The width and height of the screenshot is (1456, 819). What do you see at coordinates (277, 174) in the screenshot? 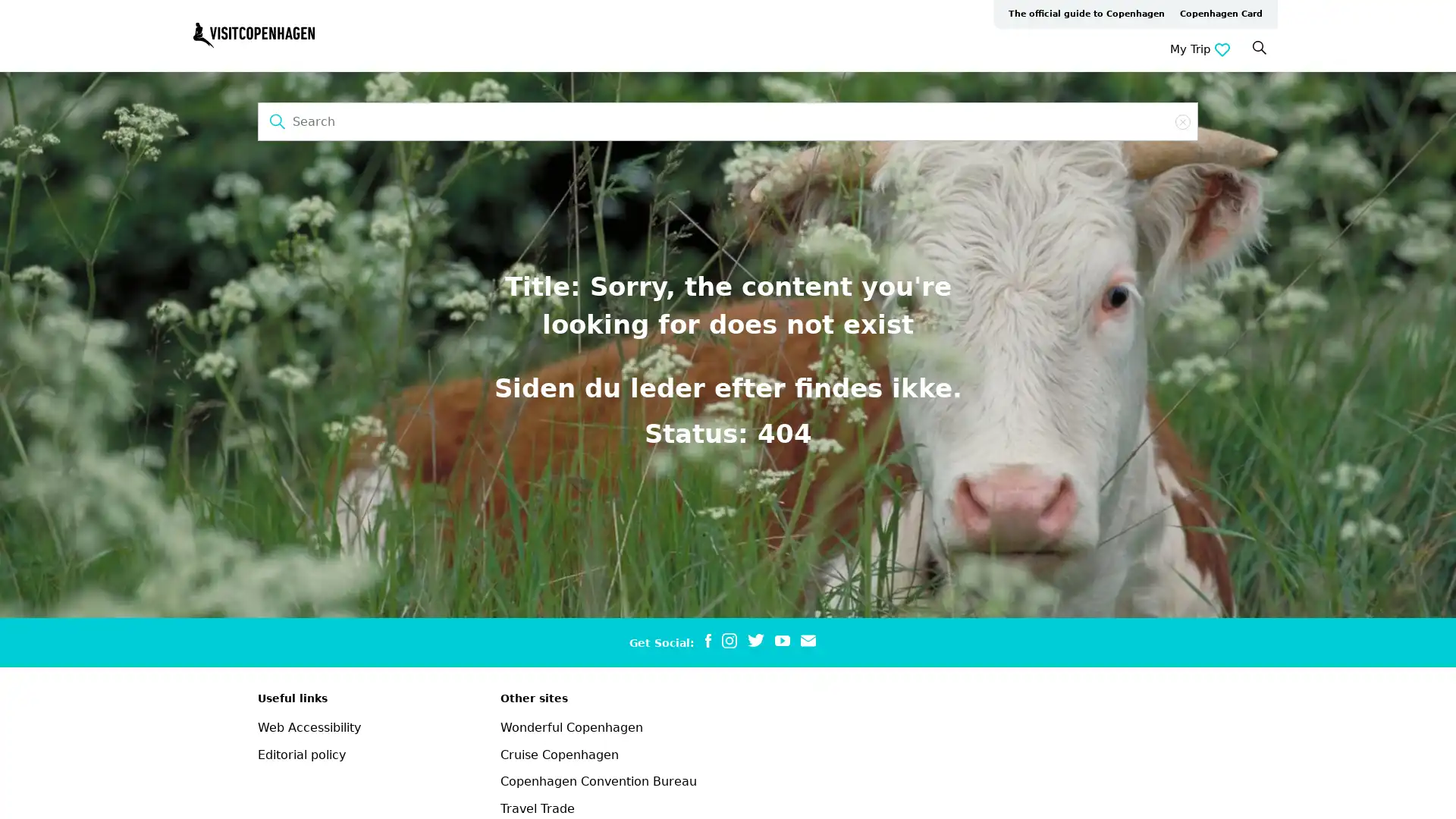
I see `Search` at bounding box center [277, 174].